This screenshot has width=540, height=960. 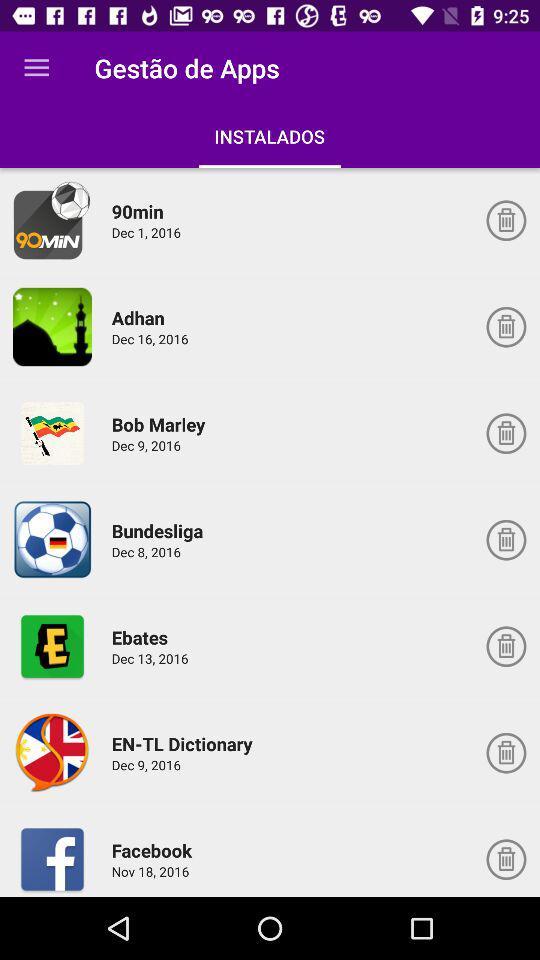 What do you see at coordinates (159, 529) in the screenshot?
I see `the item below dec 9, 2016 icon` at bounding box center [159, 529].